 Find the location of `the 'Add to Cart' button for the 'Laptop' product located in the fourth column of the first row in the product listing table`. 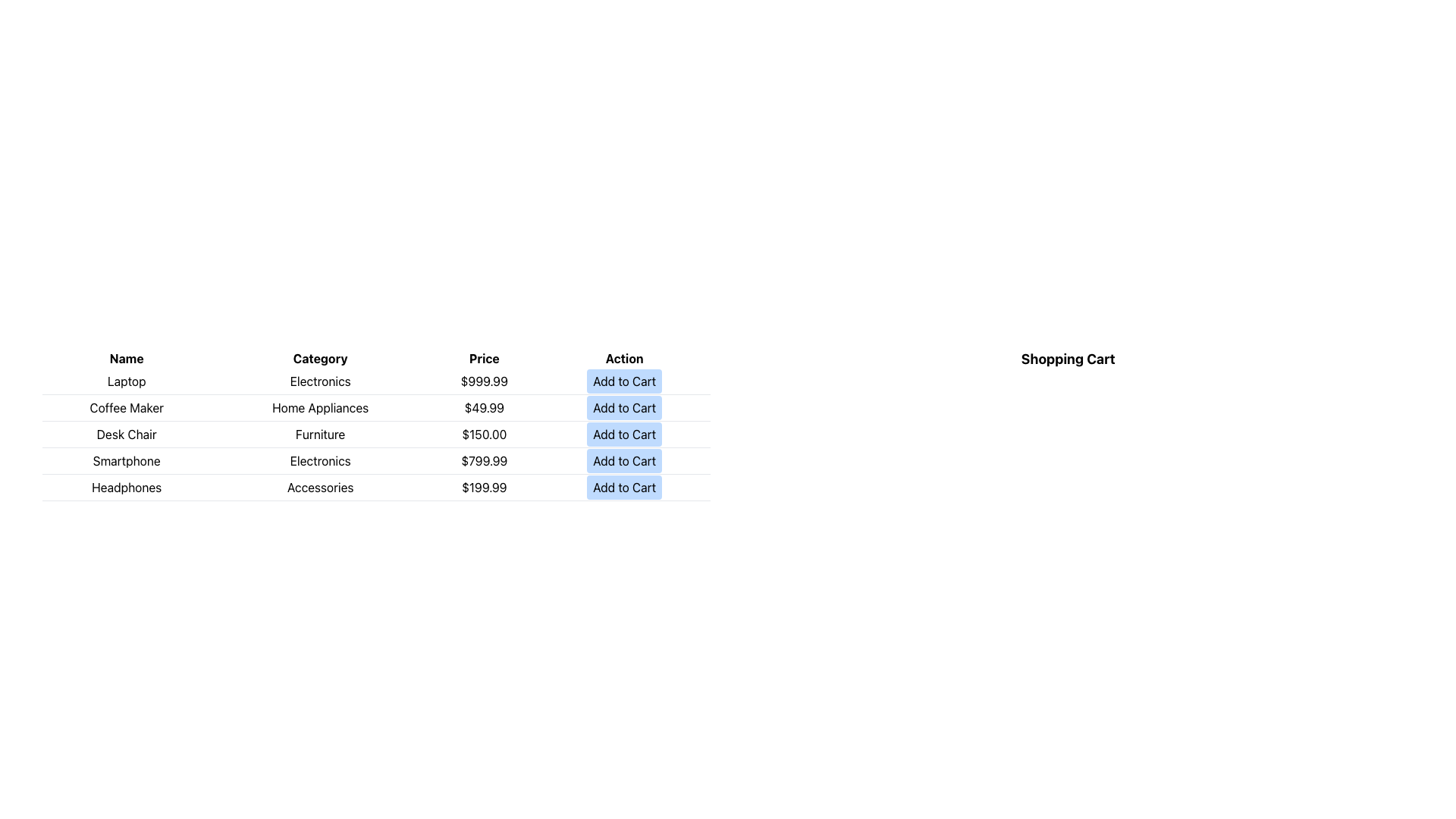

the 'Add to Cart' button for the 'Laptop' product located in the fourth column of the first row in the product listing table is located at coordinates (624, 381).